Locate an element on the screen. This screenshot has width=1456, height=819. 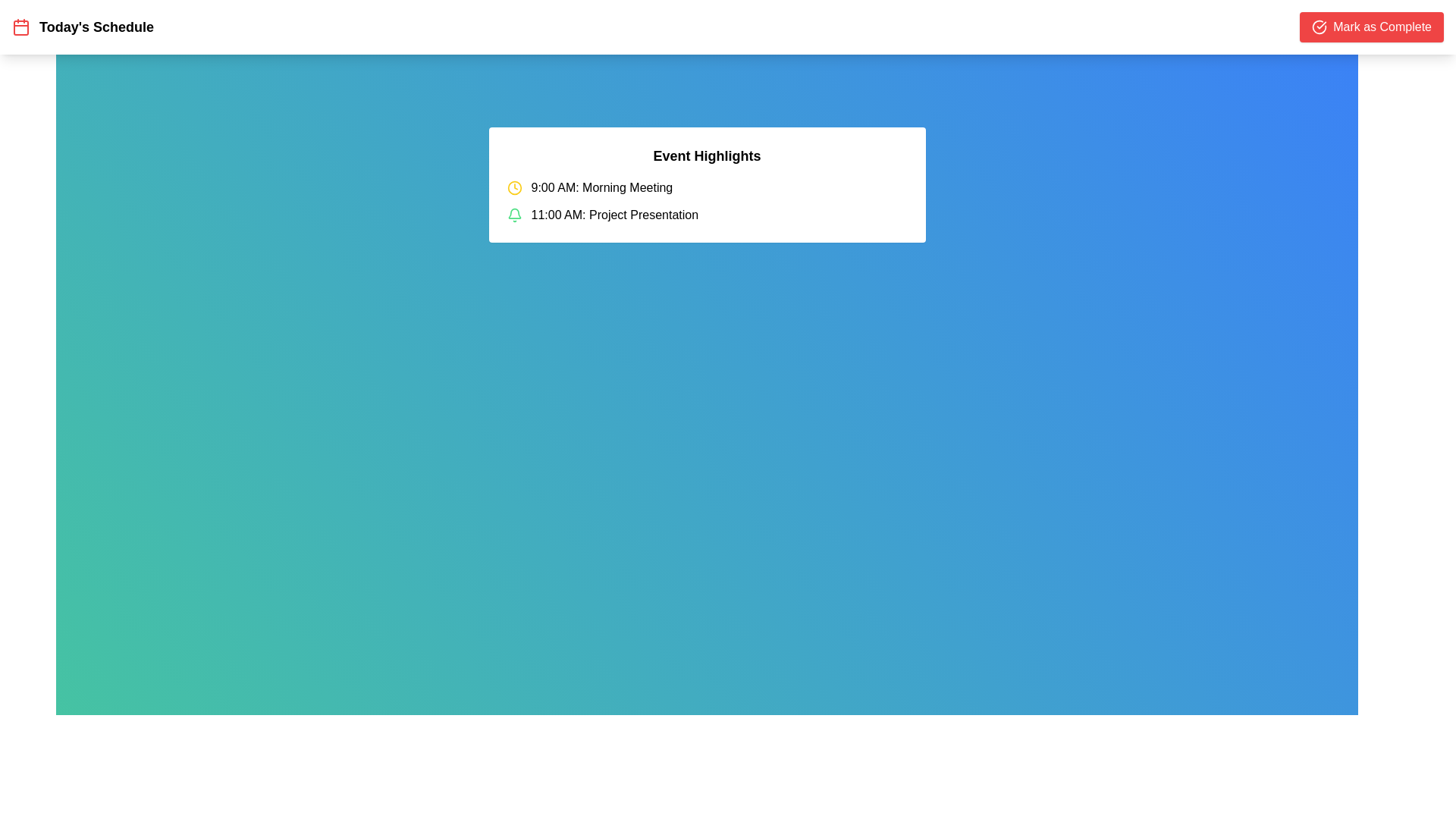
the highlighted portion of the calendar icon represented by the rectangle located in the bottom middle area of the icon is located at coordinates (21, 28).